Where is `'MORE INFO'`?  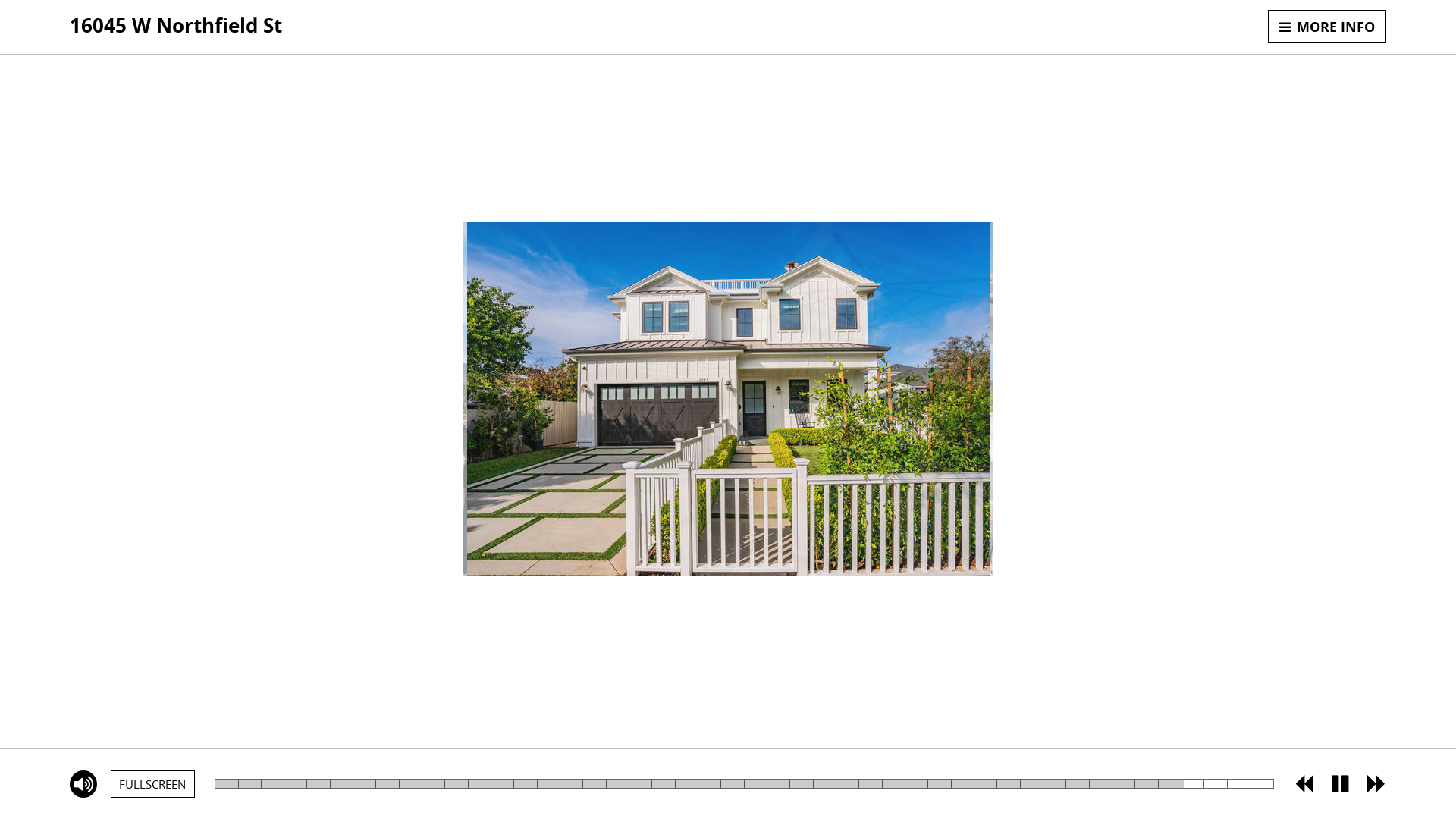 'MORE INFO' is located at coordinates (1326, 26).